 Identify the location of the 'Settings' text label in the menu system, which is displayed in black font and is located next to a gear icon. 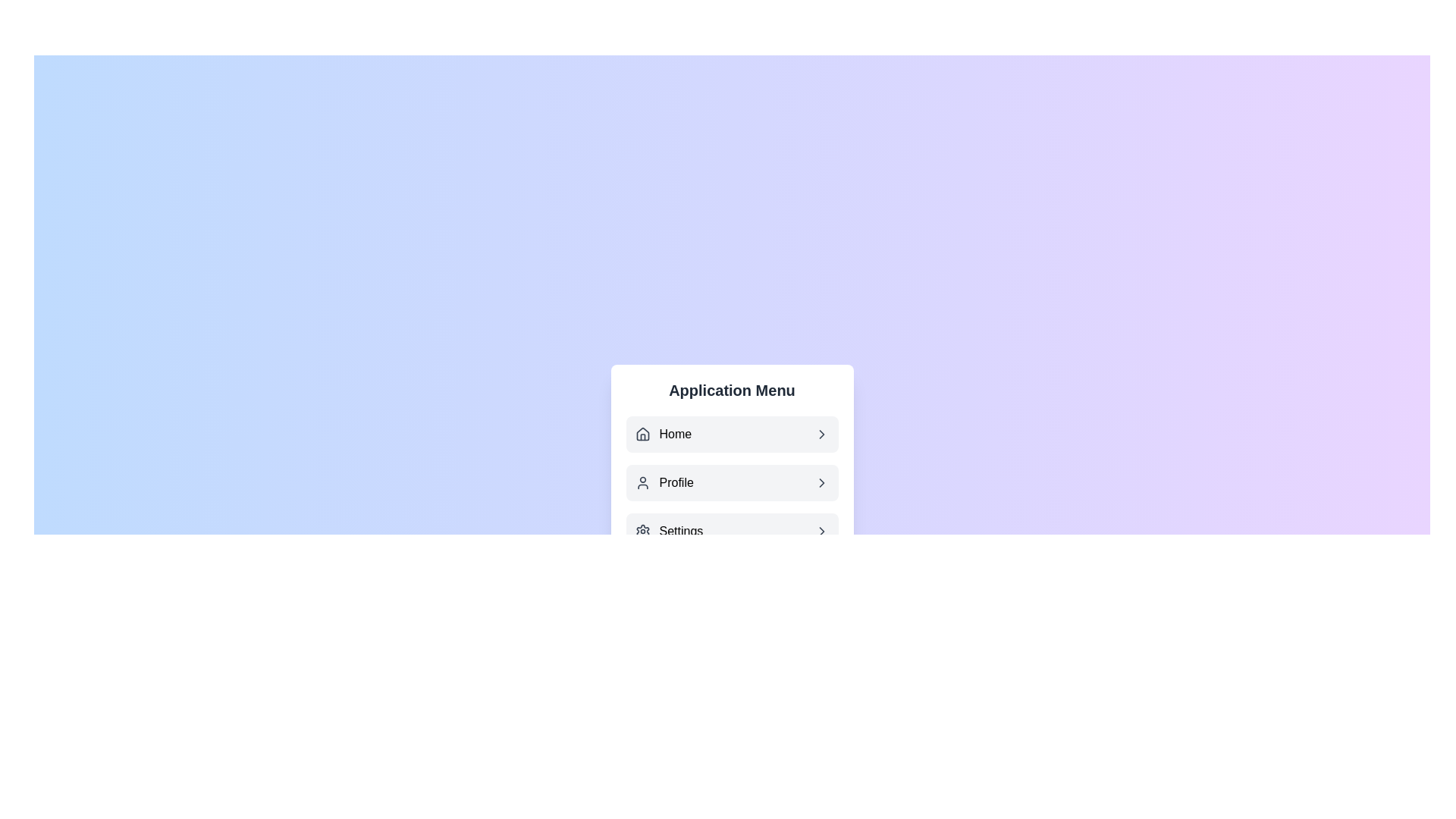
(680, 531).